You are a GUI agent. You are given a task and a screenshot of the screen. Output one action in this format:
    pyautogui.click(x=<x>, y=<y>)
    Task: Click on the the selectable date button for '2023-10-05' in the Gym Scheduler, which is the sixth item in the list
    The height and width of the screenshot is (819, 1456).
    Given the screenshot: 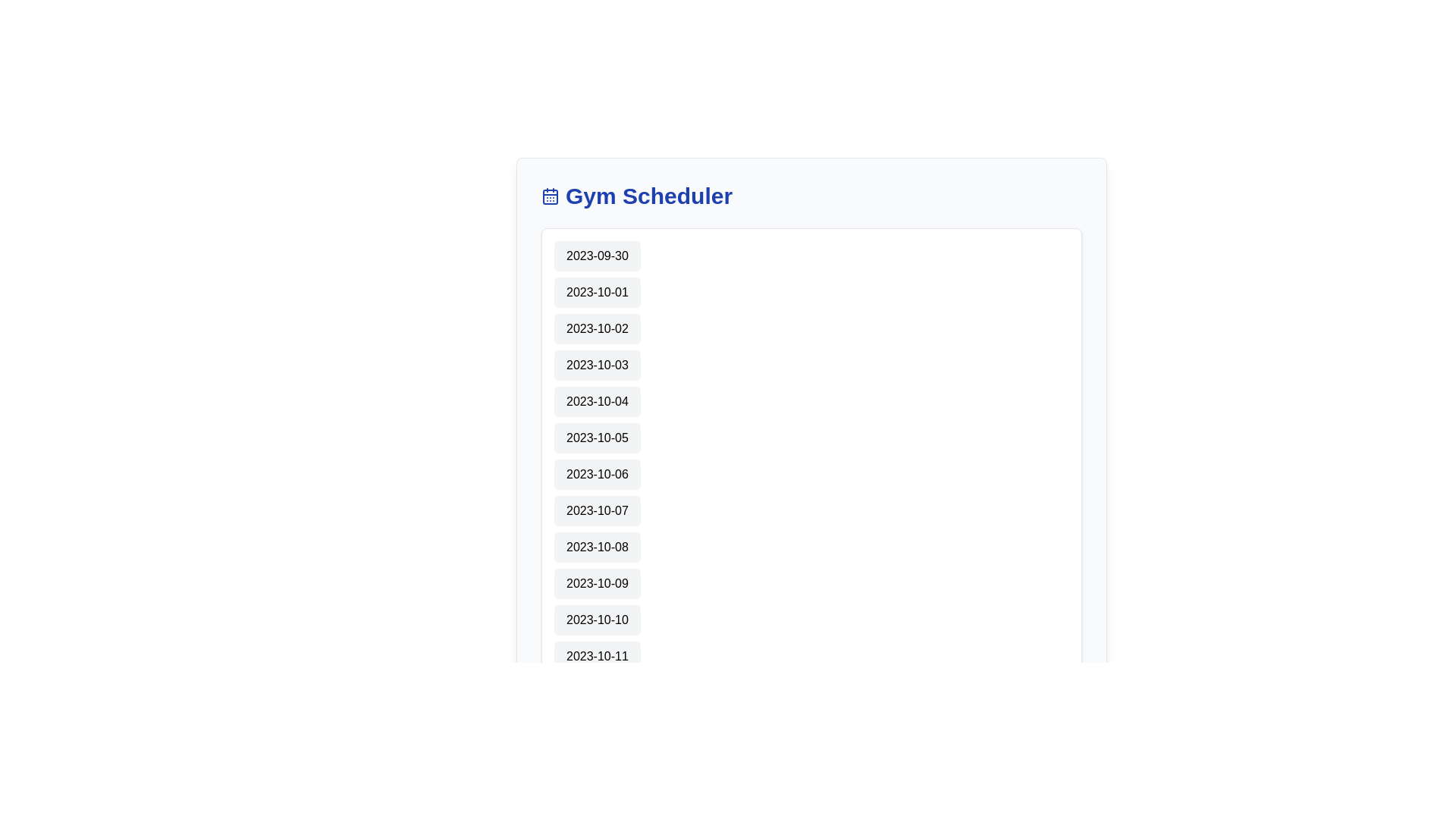 What is the action you would take?
    pyautogui.click(x=596, y=438)
    